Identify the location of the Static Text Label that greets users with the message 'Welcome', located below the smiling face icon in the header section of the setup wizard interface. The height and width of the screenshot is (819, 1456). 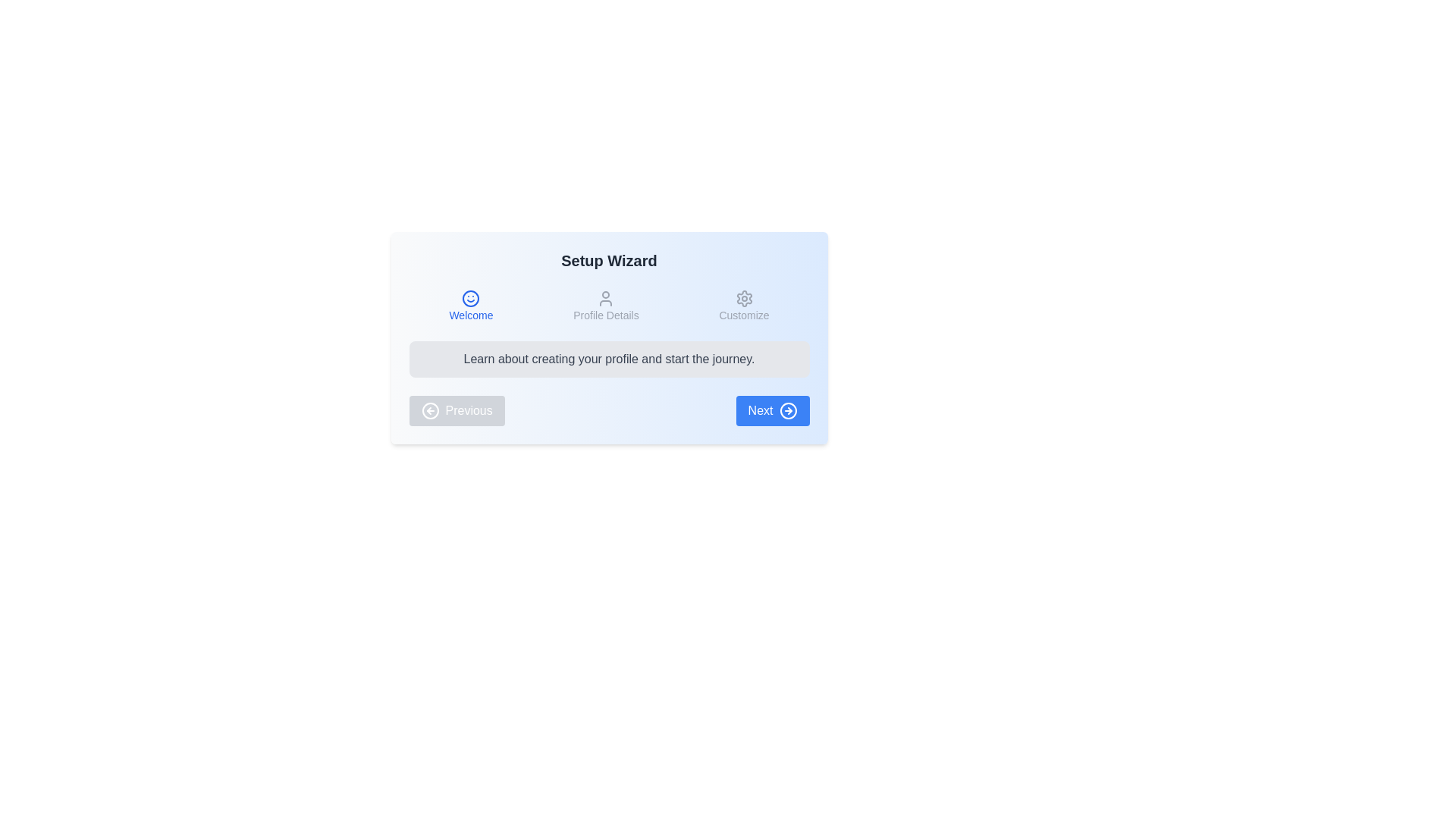
(470, 315).